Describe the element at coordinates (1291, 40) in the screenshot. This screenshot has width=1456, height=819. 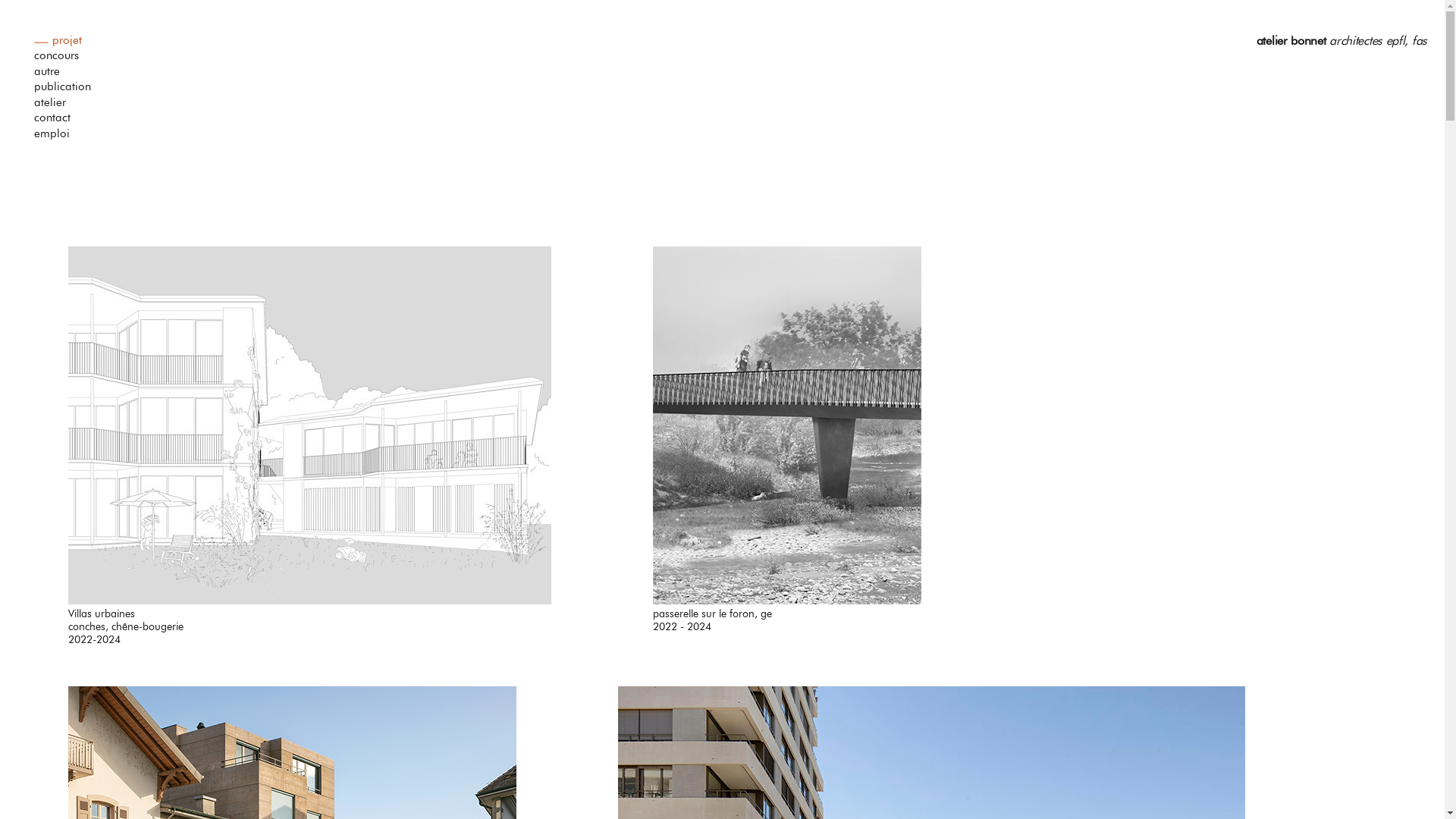
I see `'atelier bonnet'` at that location.